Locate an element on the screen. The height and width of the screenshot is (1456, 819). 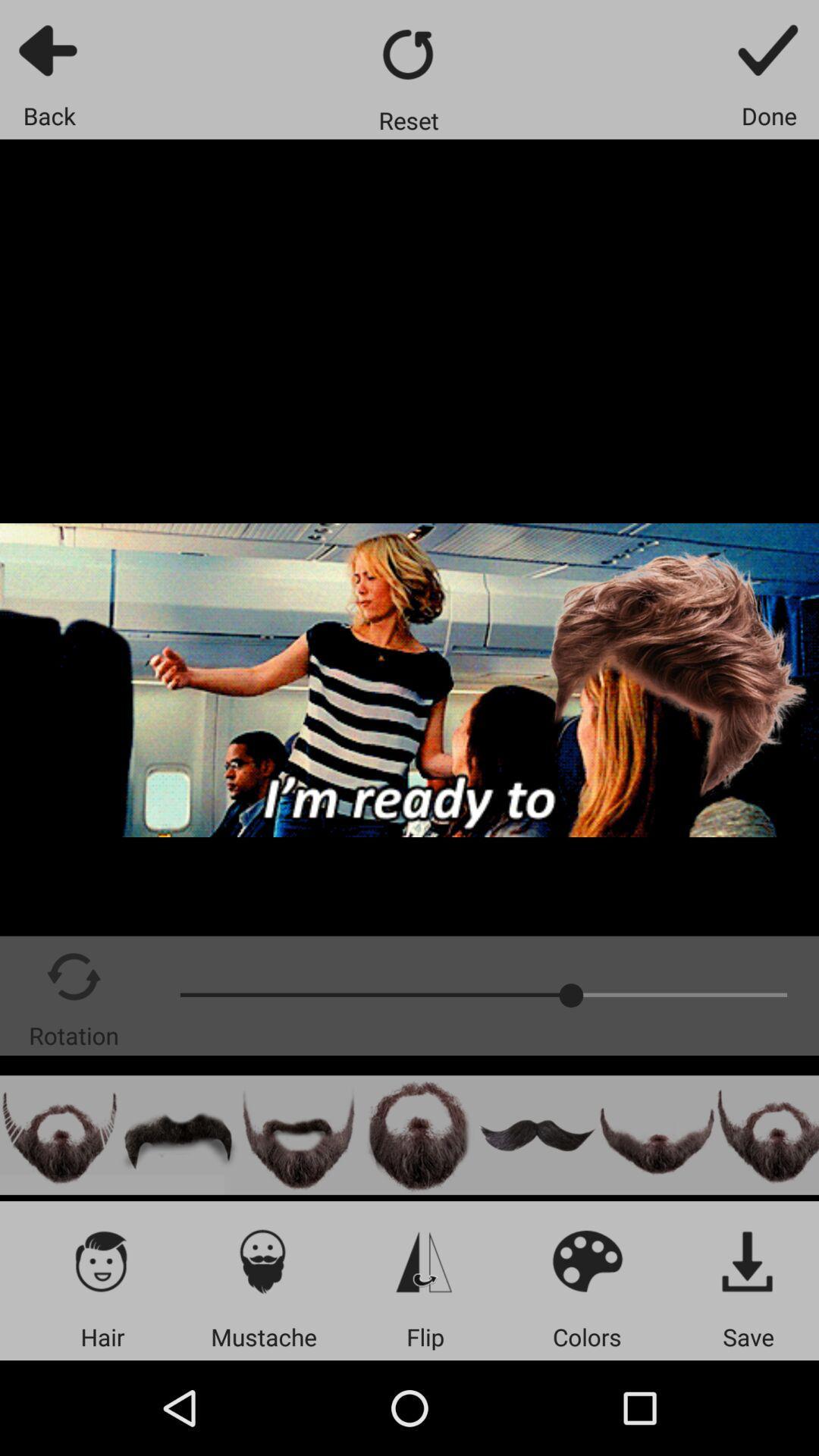
back to previous screen is located at coordinates (49, 49).